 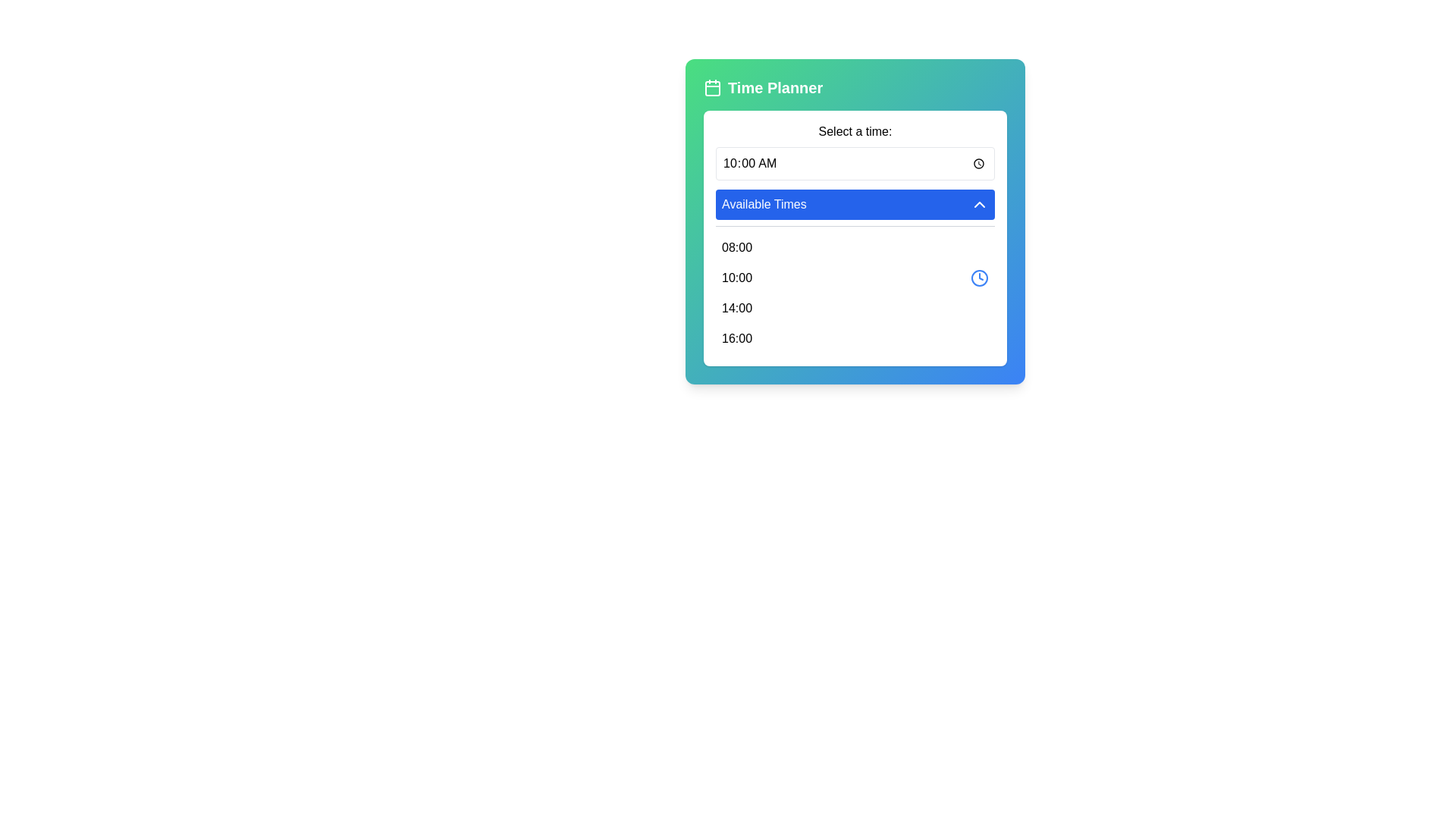 I want to click on the selectable list item for the time '10:00' which is located in the 'Available Times' section, positioned between '08:00' and '14:00', so click(x=855, y=278).